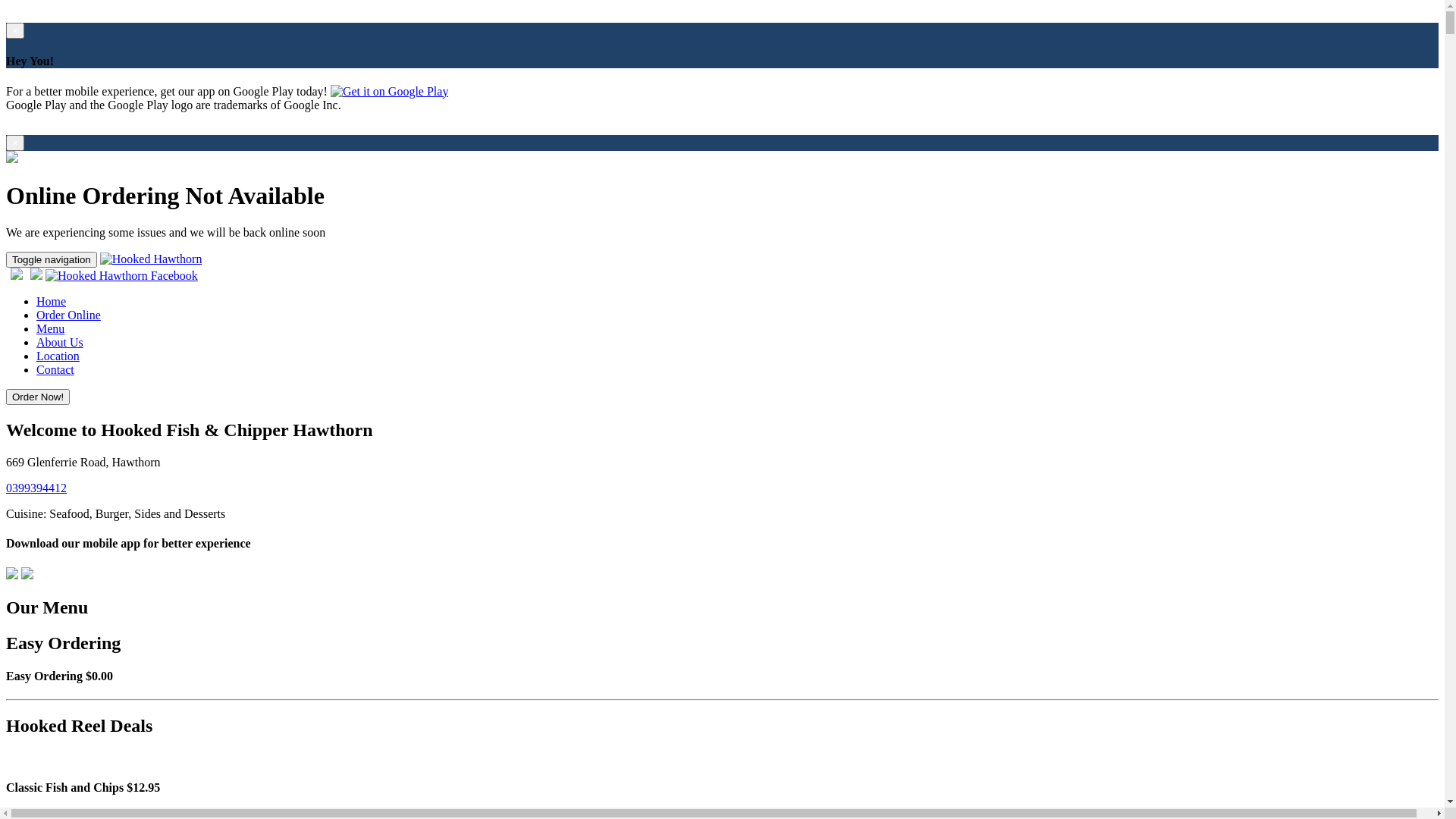 The image size is (1456, 819). Describe the element at coordinates (36, 342) in the screenshot. I see `'About Us'` at that location.